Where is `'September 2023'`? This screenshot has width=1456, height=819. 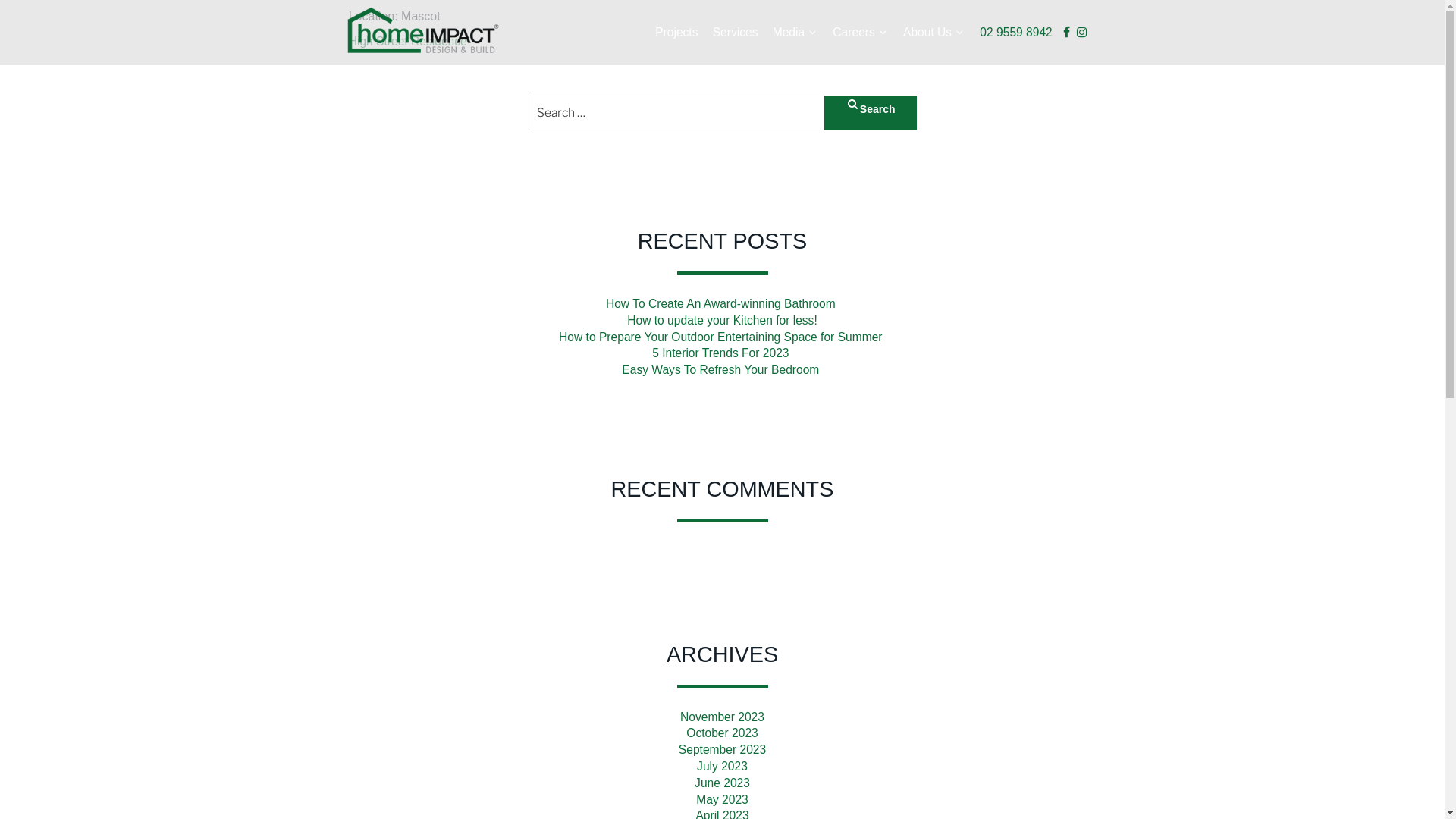 'September 2023' is located at coordinates (677, 748).